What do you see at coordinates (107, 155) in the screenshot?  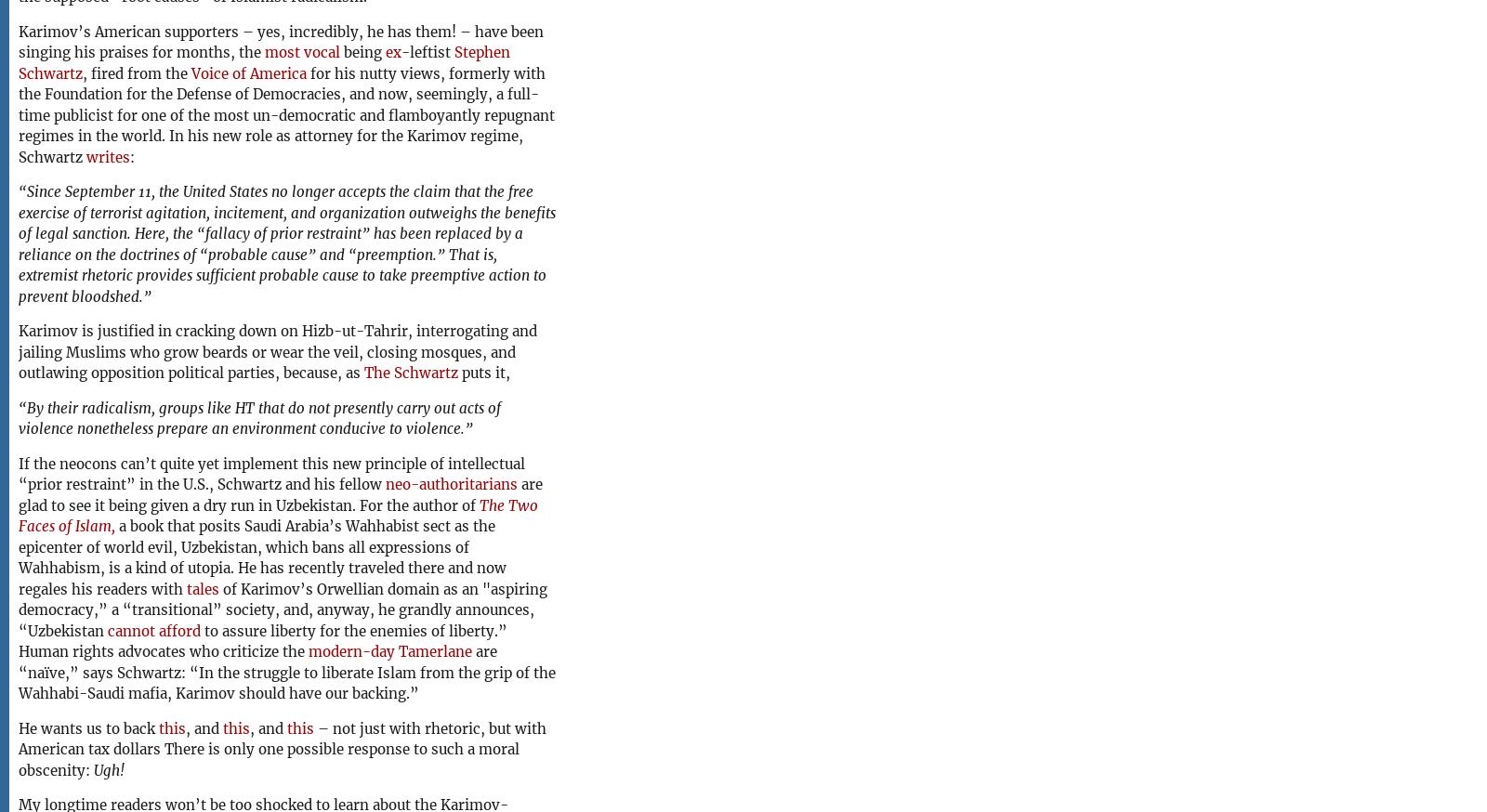 I see `'writes'` at bounding box center [107, 155].